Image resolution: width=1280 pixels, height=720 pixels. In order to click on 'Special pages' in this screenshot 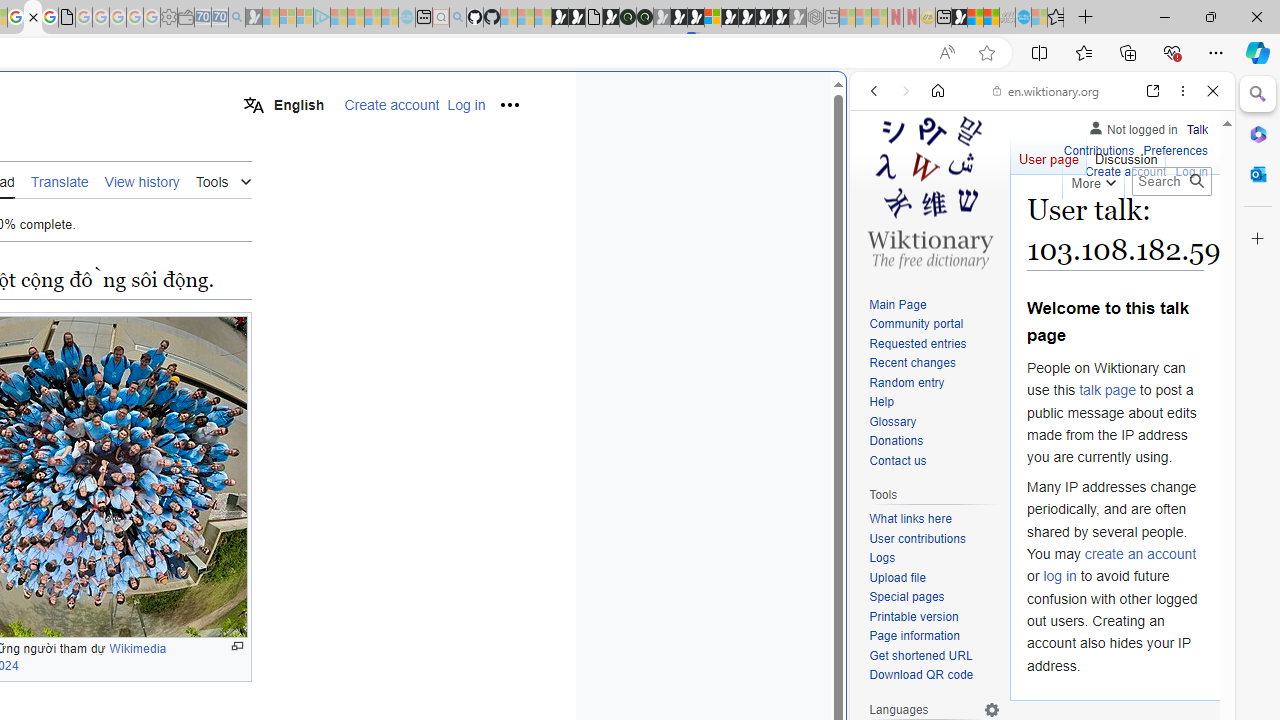, I will do `click(934, 596)`.